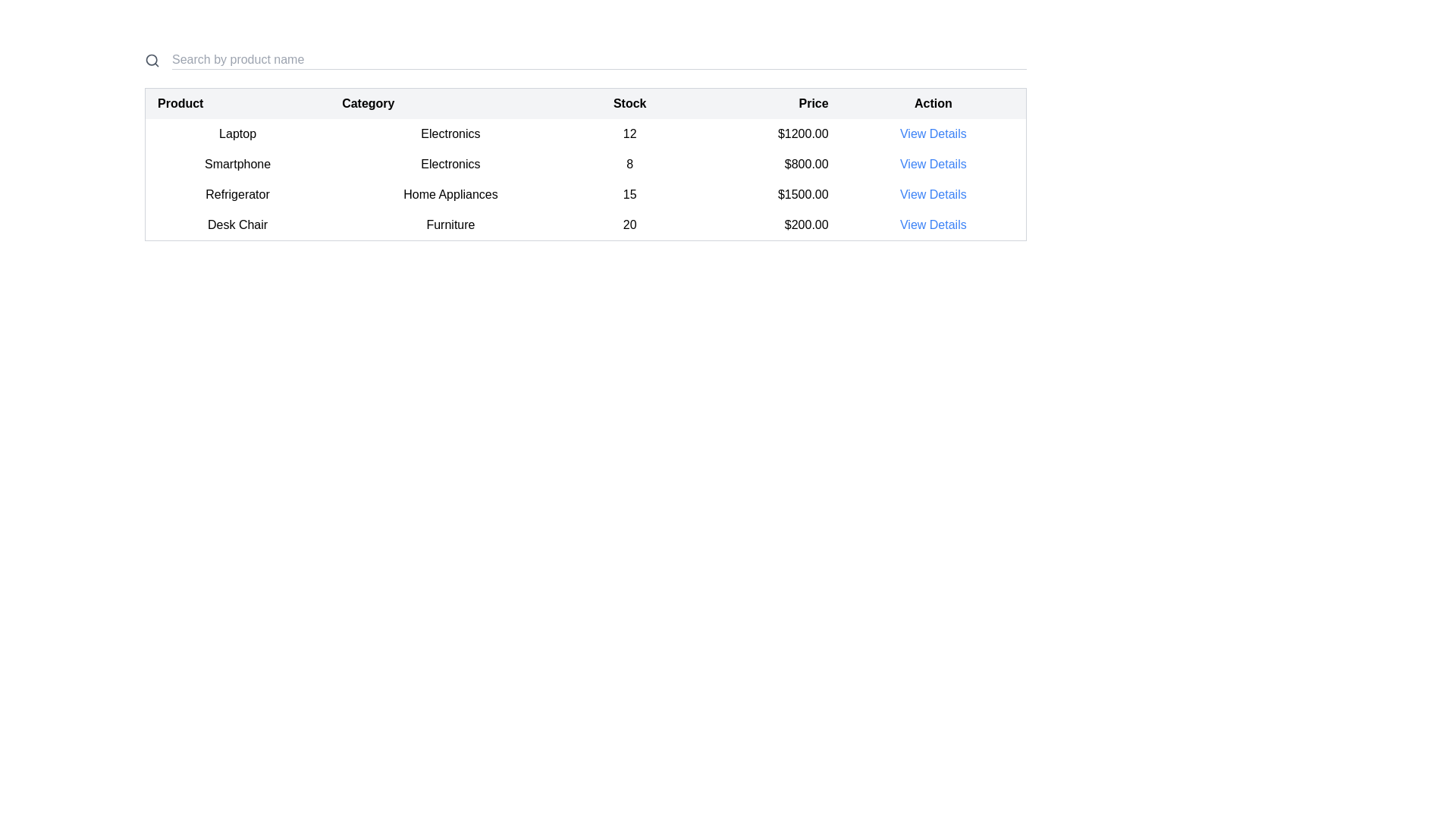 Image resolution: width=1456 pixels, height=819 pixels. Describe the element at coordinates (237, 194) in the screenshot. I see `the text label displaying 'Refrigerator' located in the third row of the 'Product' column in the table` at that location.